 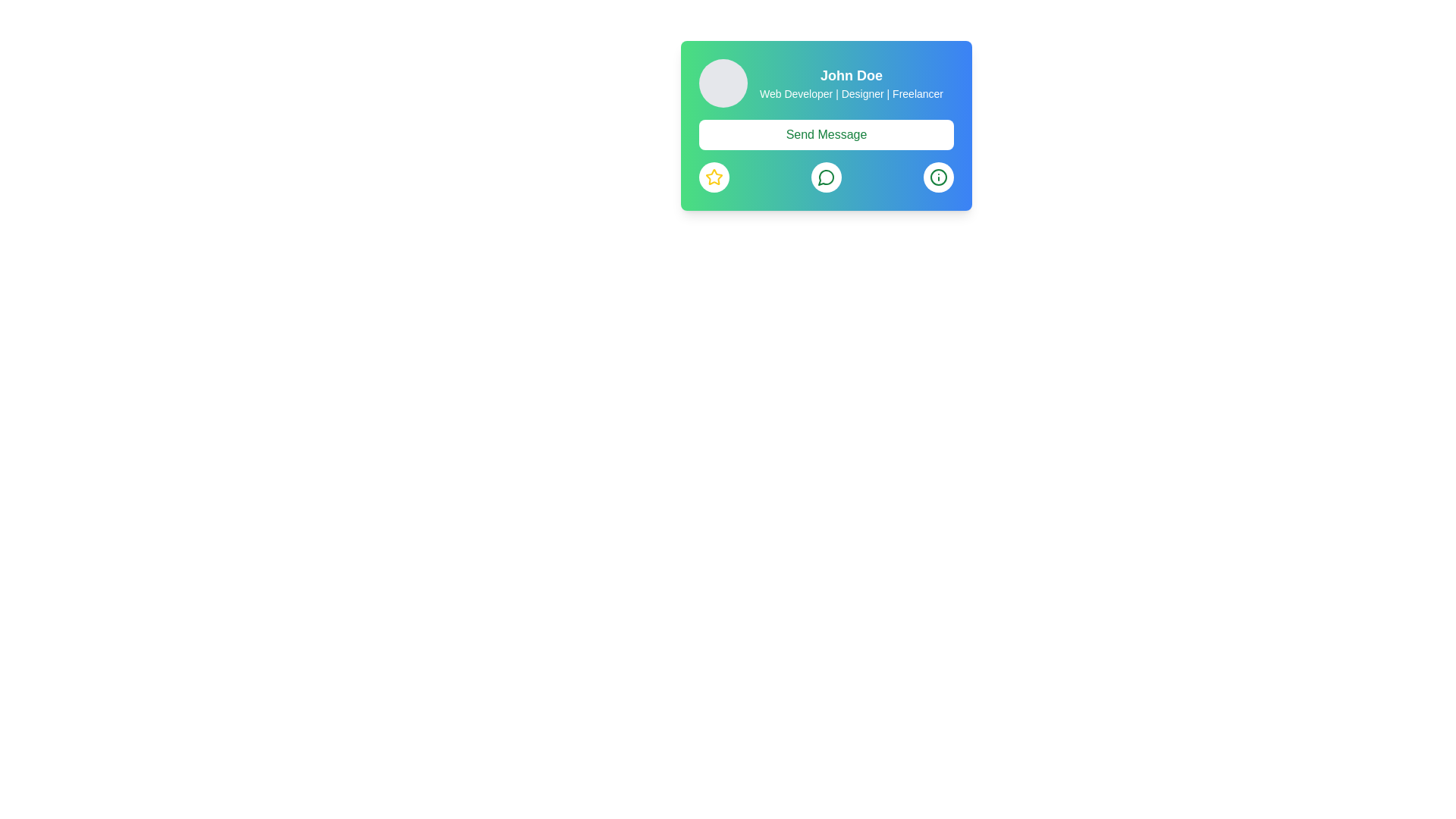 I want to click on the star icon button located at the bottom-left corner of the main card component, so click(x=713, y=177).